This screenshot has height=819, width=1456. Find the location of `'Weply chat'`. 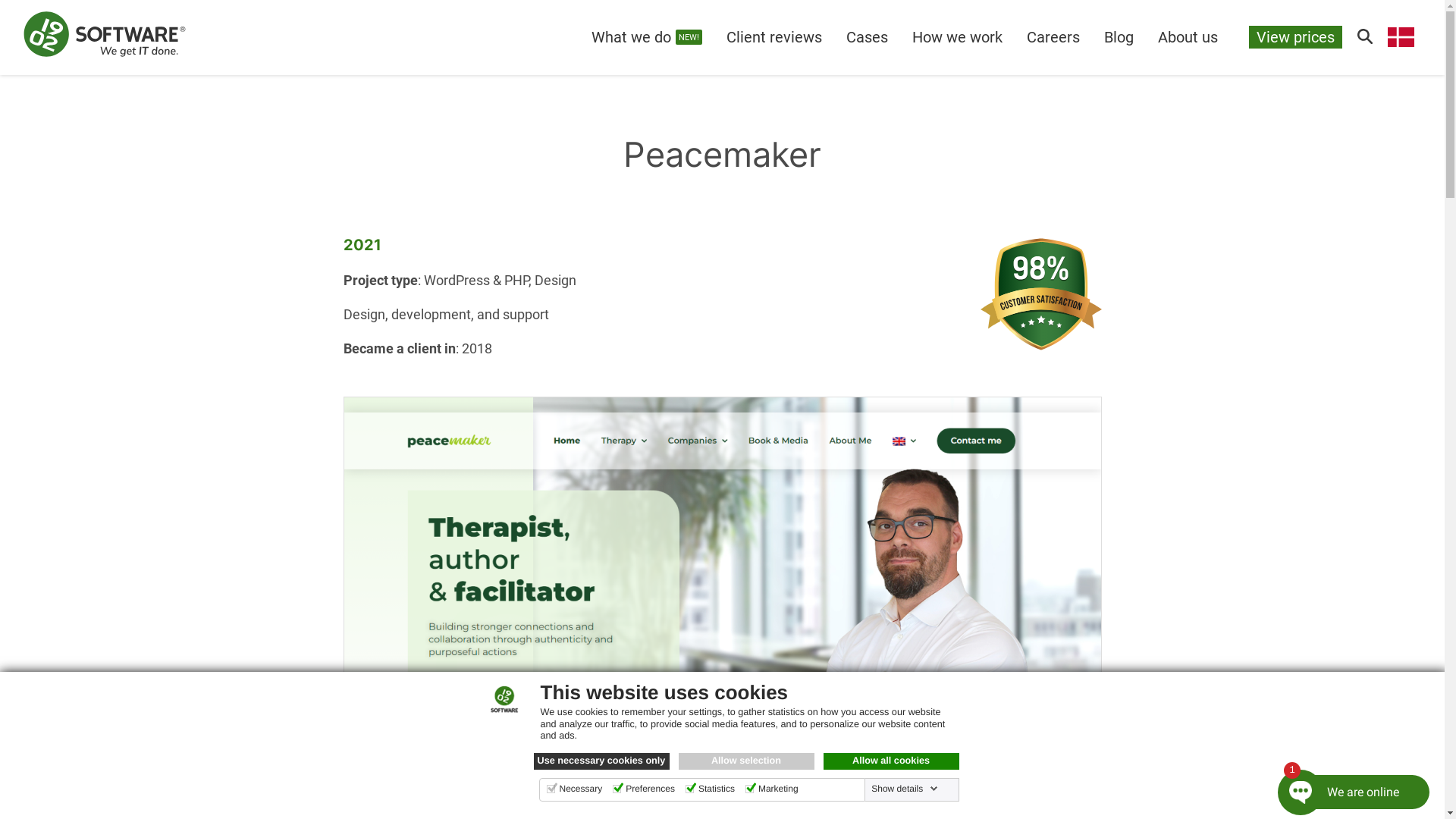

'Weply chat' is located at coordinates (1345, 785).